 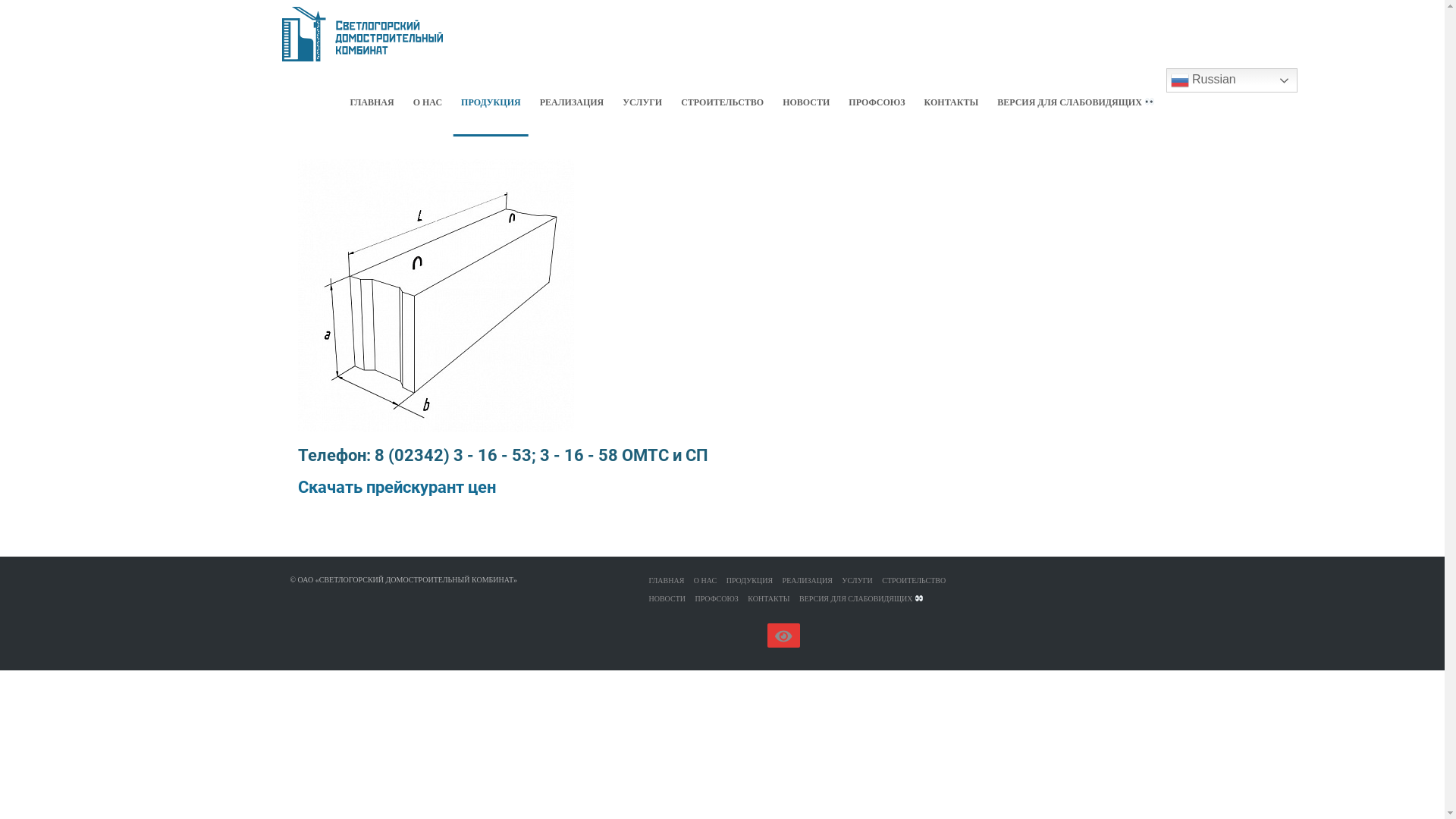 What do you see at coordinates (1232, 80) in the screenshot?
I see `'Russian'` at bounding box center [1232, 80].